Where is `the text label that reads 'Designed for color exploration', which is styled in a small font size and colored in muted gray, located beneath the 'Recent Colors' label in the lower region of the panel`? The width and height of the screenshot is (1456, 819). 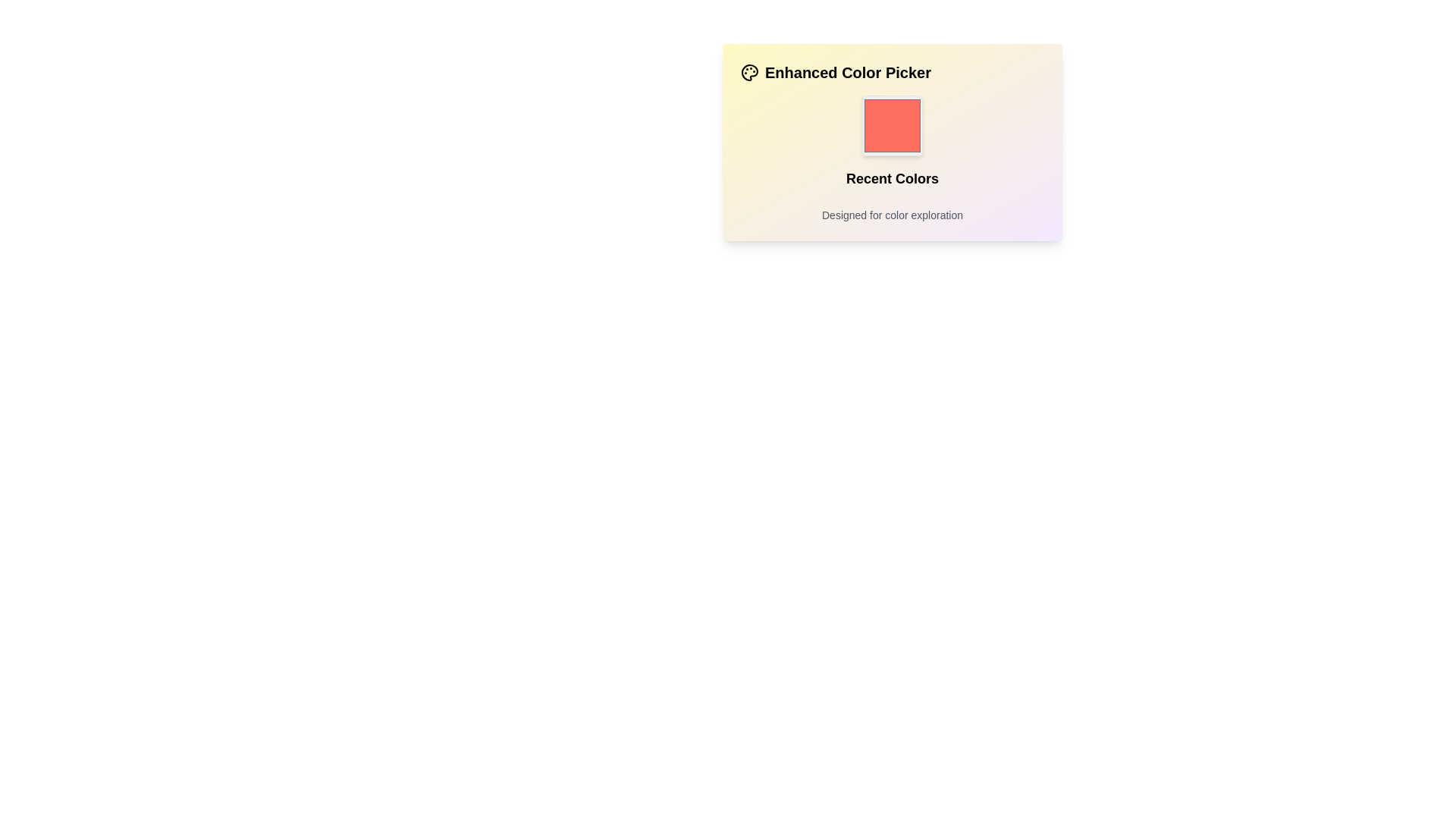 the text label that reads 'Designed for color exploration', which is styled in a small font size and colored in muted gray, located beneath the 'Recent Colors' label in the lower region of the panel is located at coordinates (892, 215).